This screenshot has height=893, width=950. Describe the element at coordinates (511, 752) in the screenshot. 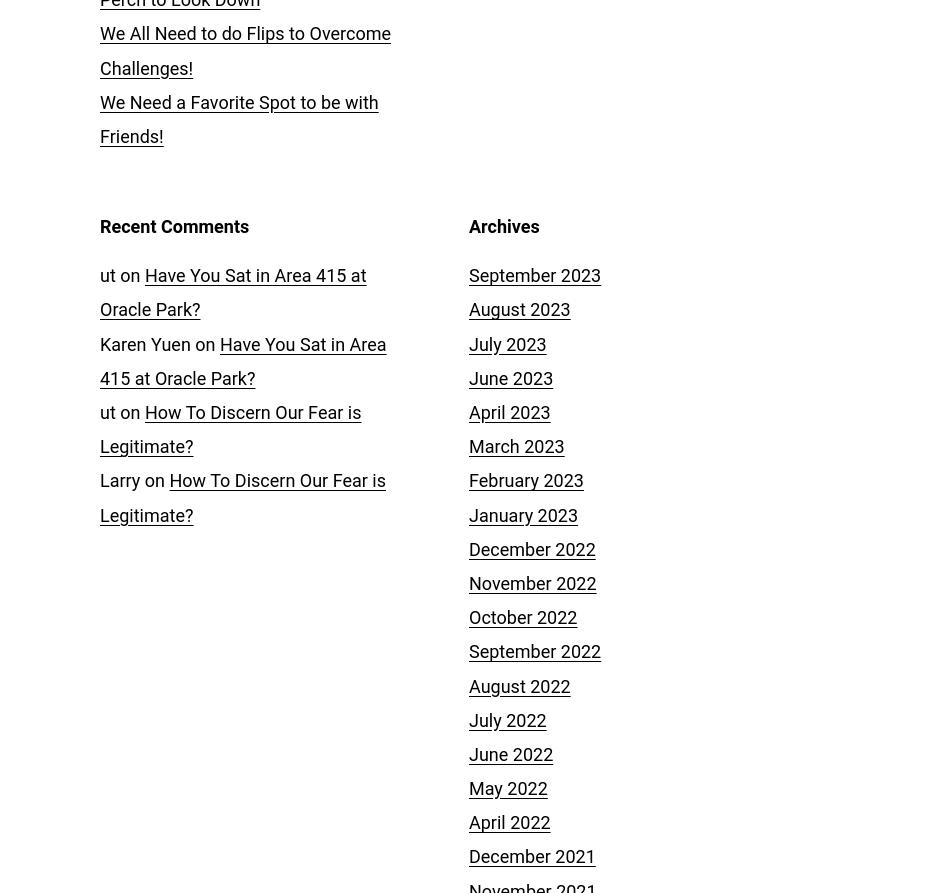

I see `'June 2022'` at that location.